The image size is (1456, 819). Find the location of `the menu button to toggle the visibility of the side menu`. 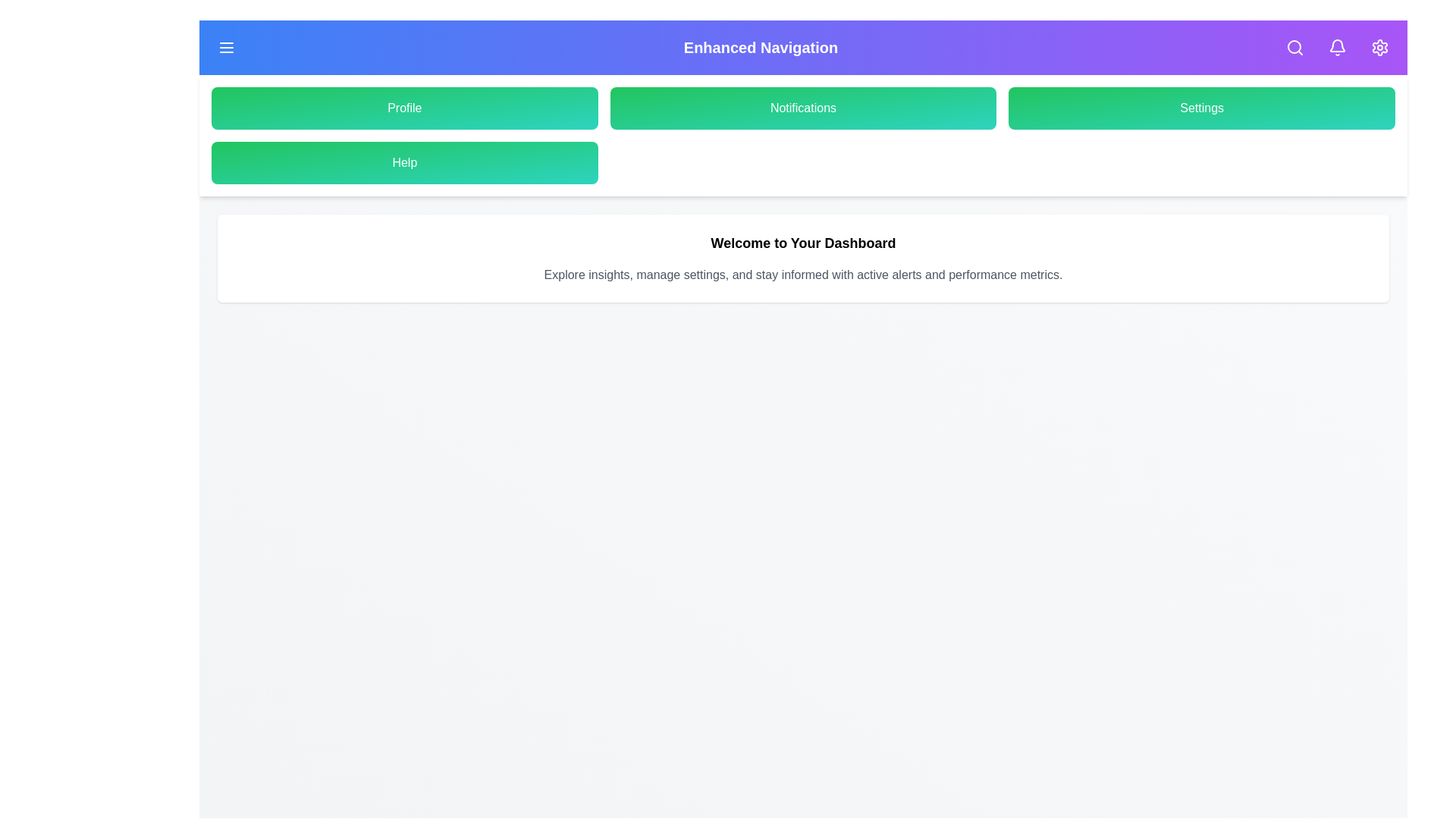

the menu button to toggle the visibility of the side menu is located at coordinates (225, 46).